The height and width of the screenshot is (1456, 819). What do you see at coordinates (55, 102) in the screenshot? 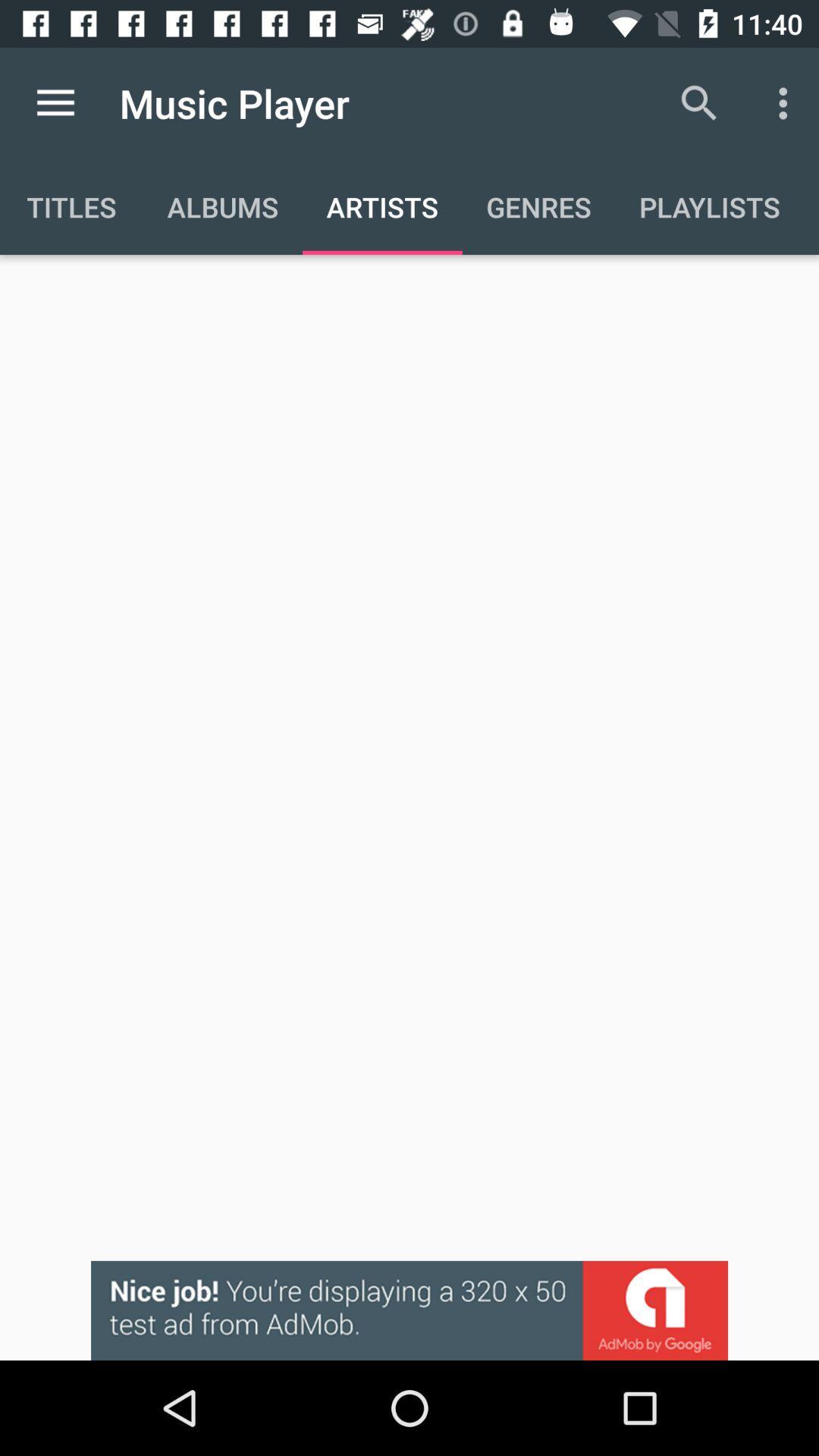
I see `home page` at bounding box center [55, 102].